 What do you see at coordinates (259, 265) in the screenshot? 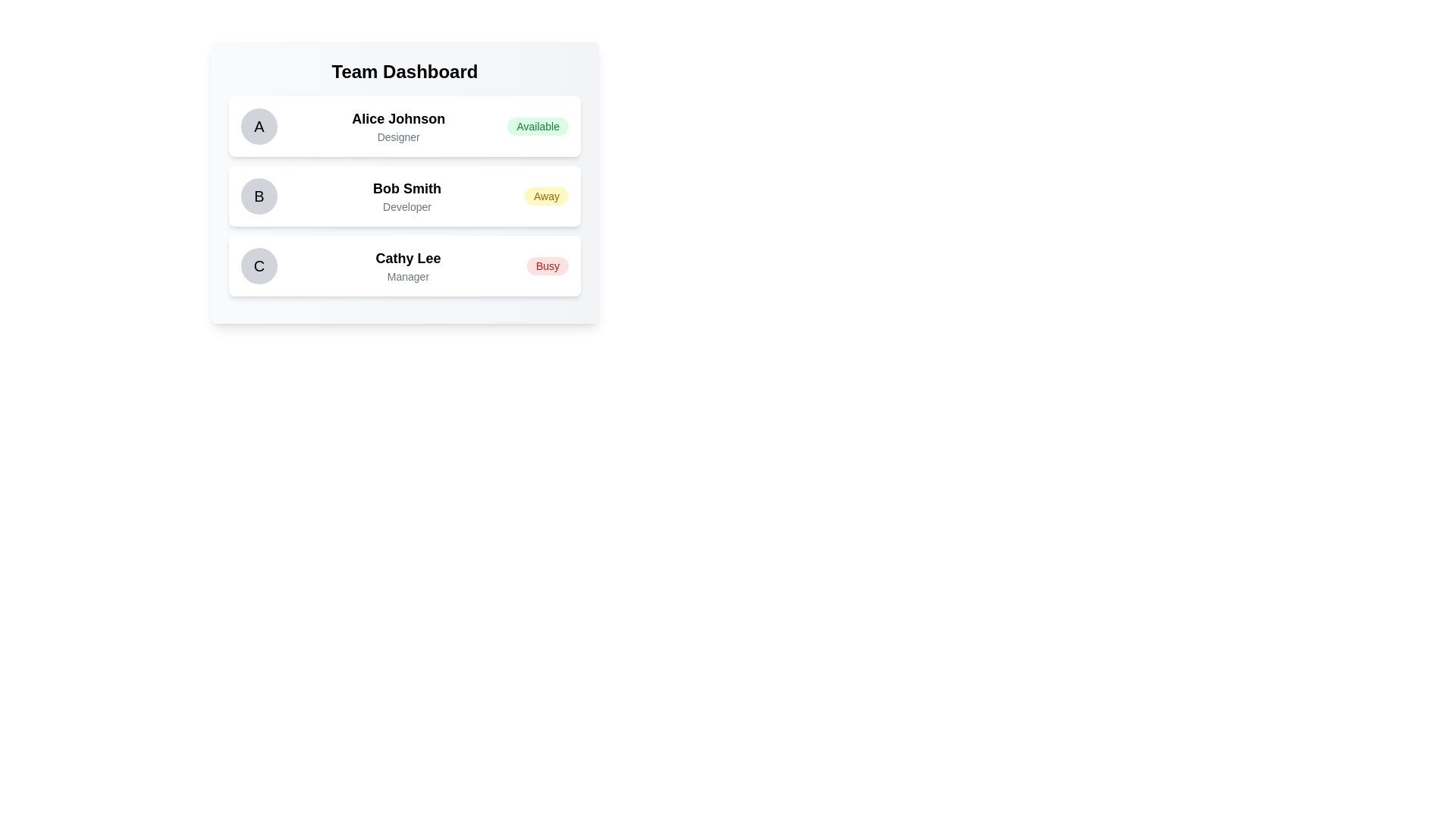
I see `the circular avatar icon with a gray background and the letter 'C' in black` at bounding box center [259, 265].